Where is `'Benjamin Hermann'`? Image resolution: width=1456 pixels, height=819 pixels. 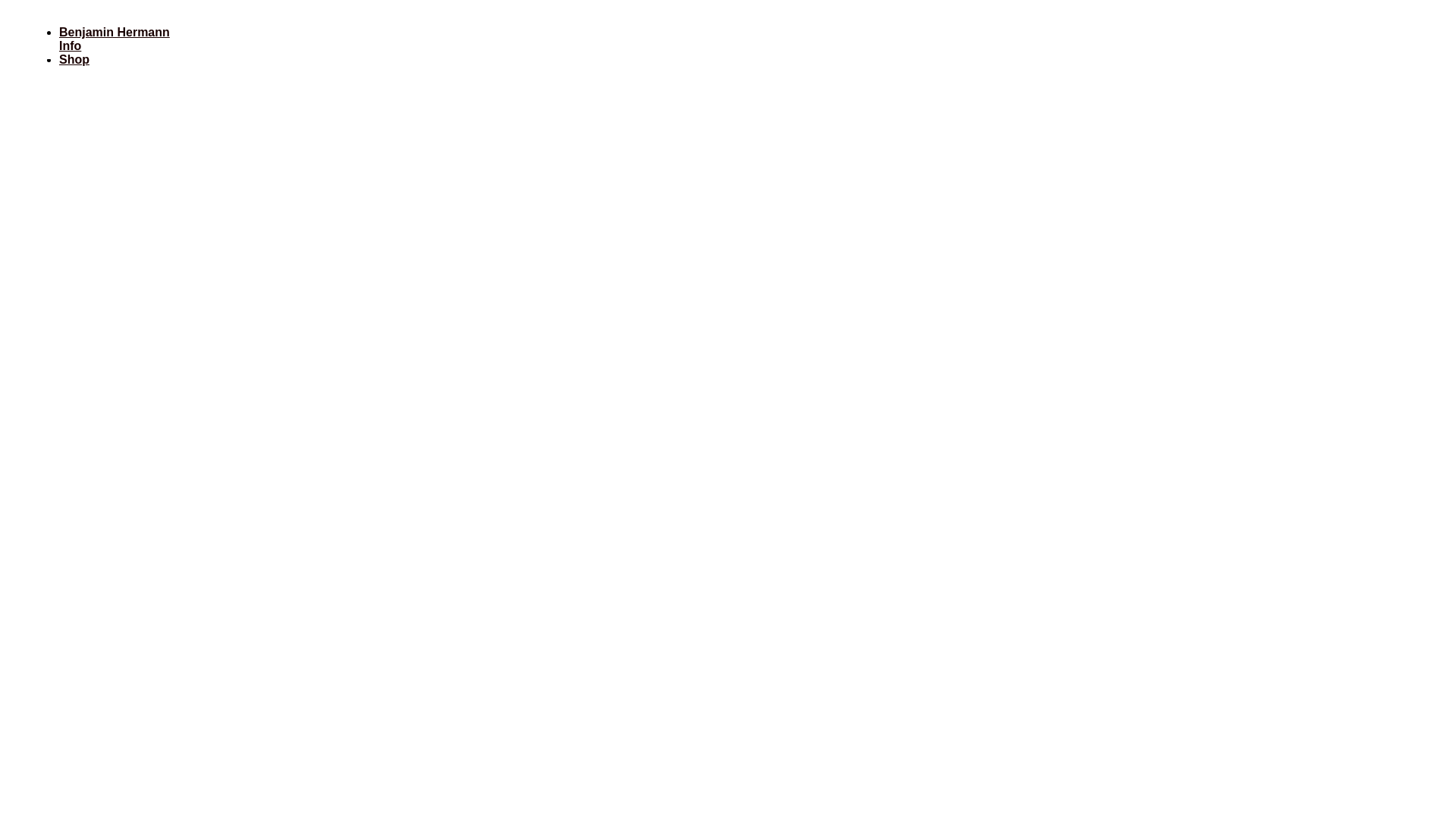 'Benjamin Hermann' is located at coordinates (58, 32).